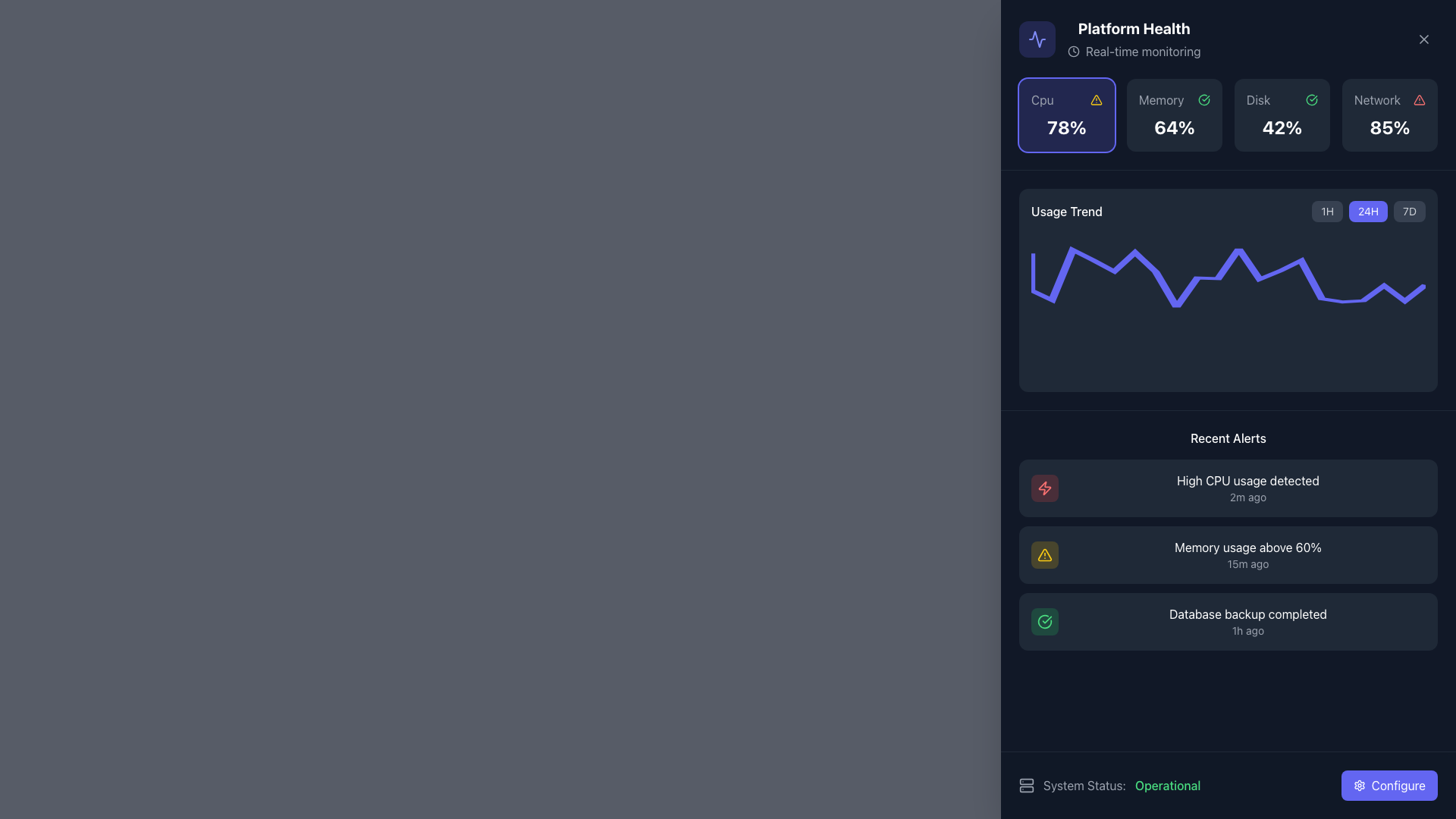 The image size is (1456, 819). I want to click on value displayed in the 'Network' Text Display, located below the 'Network' label and near the warning icon in the upper right of the card, so click(1390, 127).